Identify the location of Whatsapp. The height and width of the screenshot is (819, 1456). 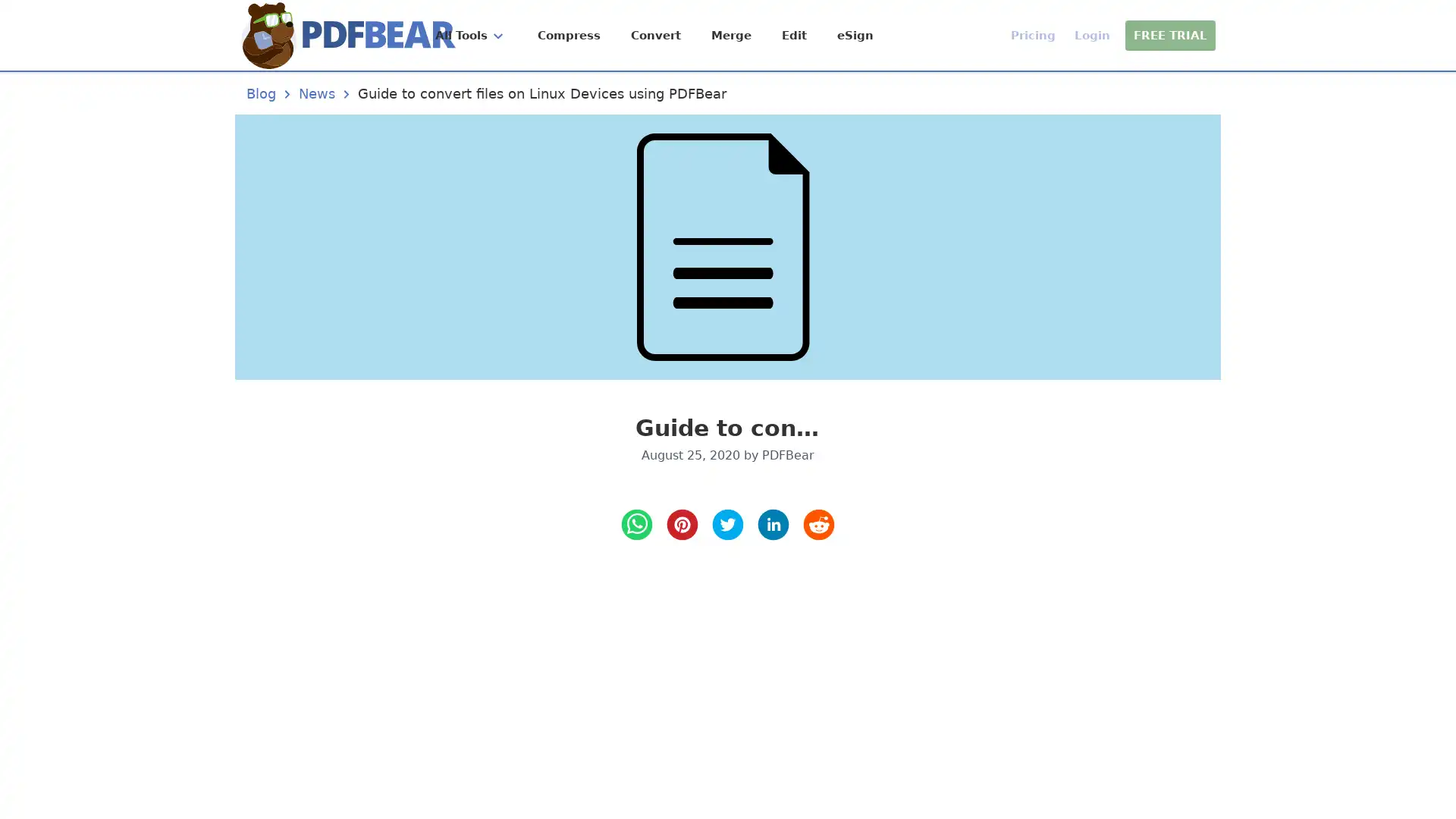
(637, 523).